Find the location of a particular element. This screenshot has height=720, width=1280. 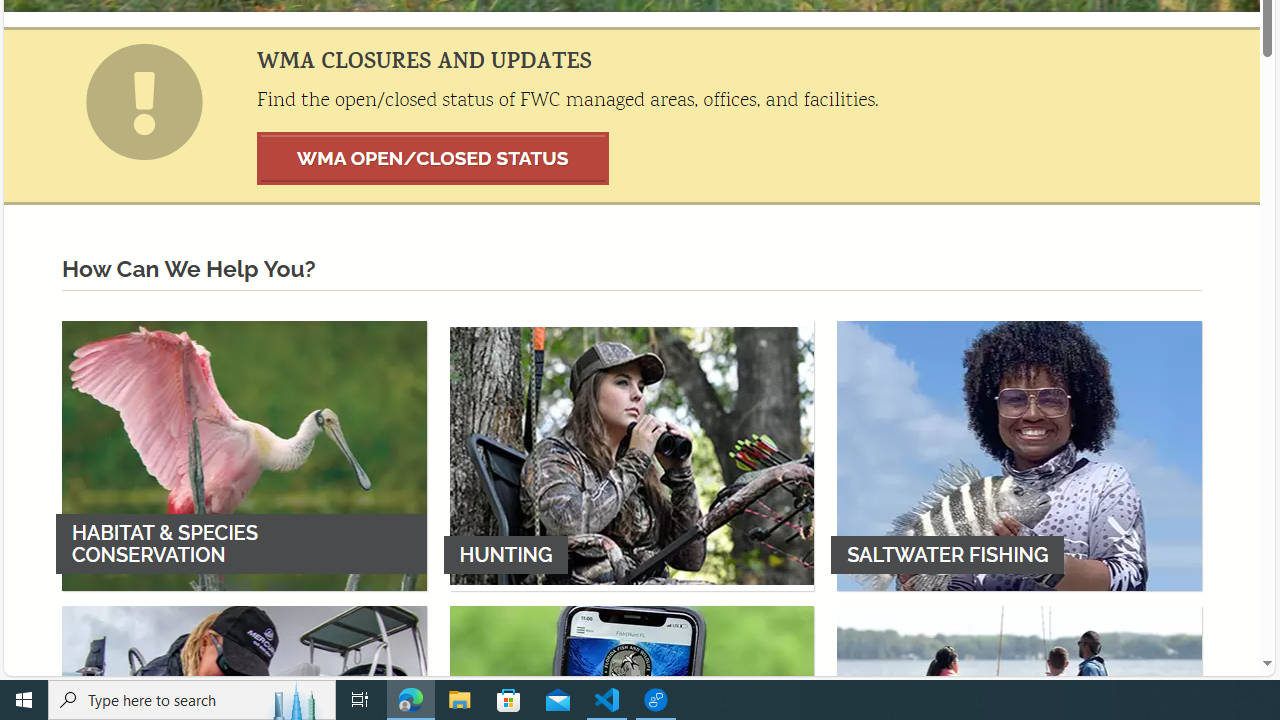

'HABITAT & SPECIES CONSERVATION' is located at coordinates (243, 455).